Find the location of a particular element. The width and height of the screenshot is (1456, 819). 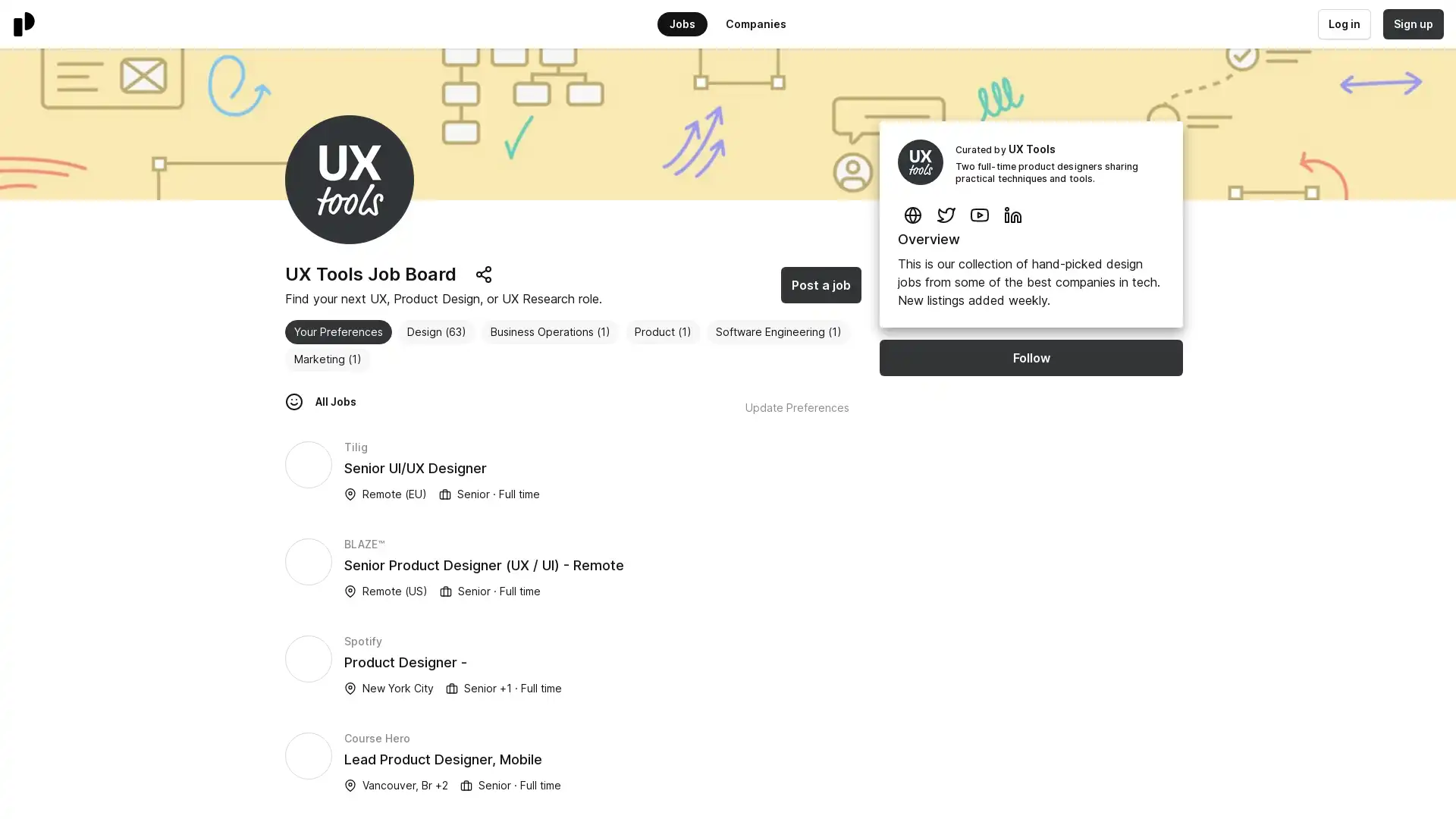

Post a job is located at coordinates (821, 284).